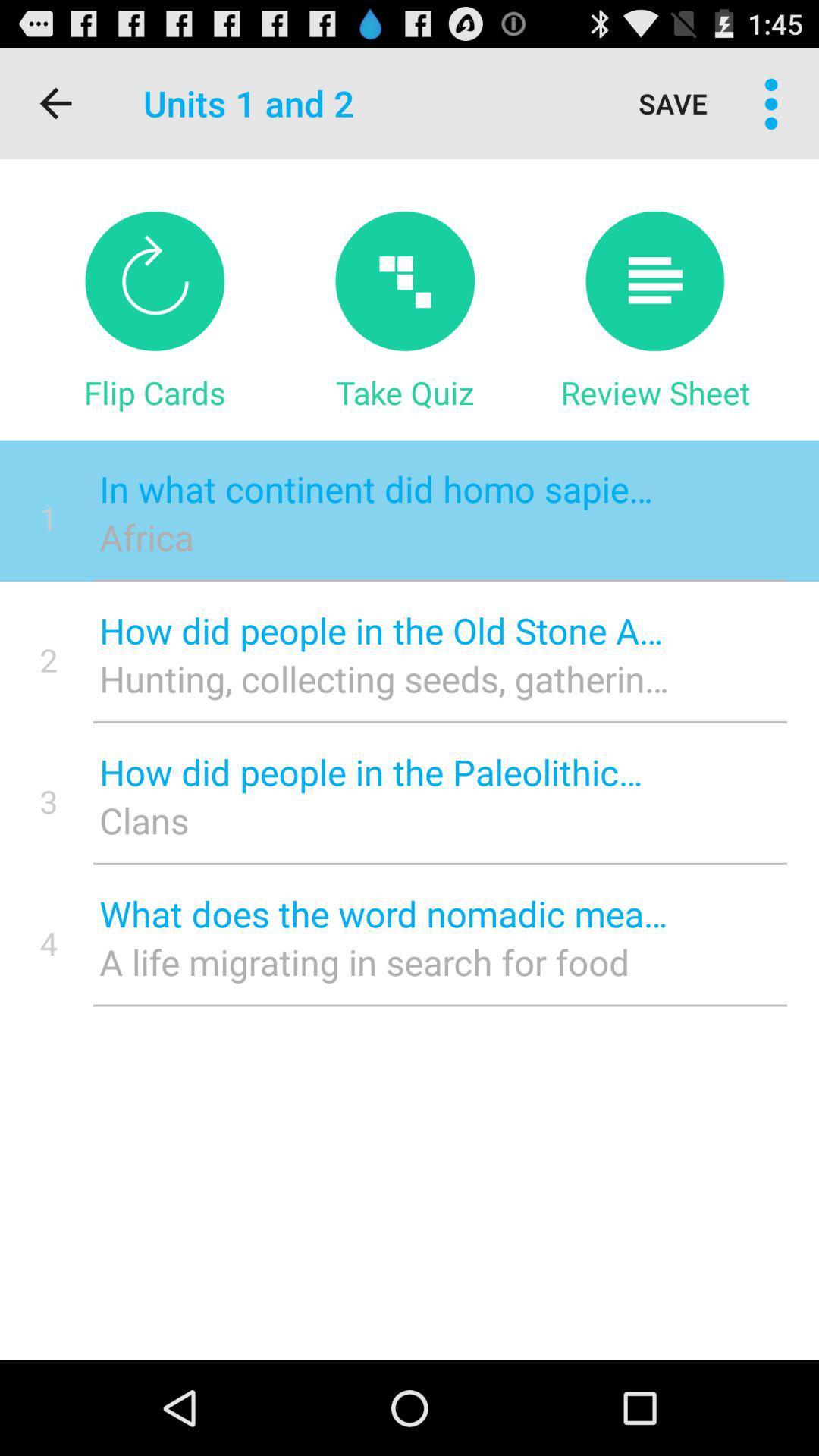  I want to click on review sheet, so click(654, 392).